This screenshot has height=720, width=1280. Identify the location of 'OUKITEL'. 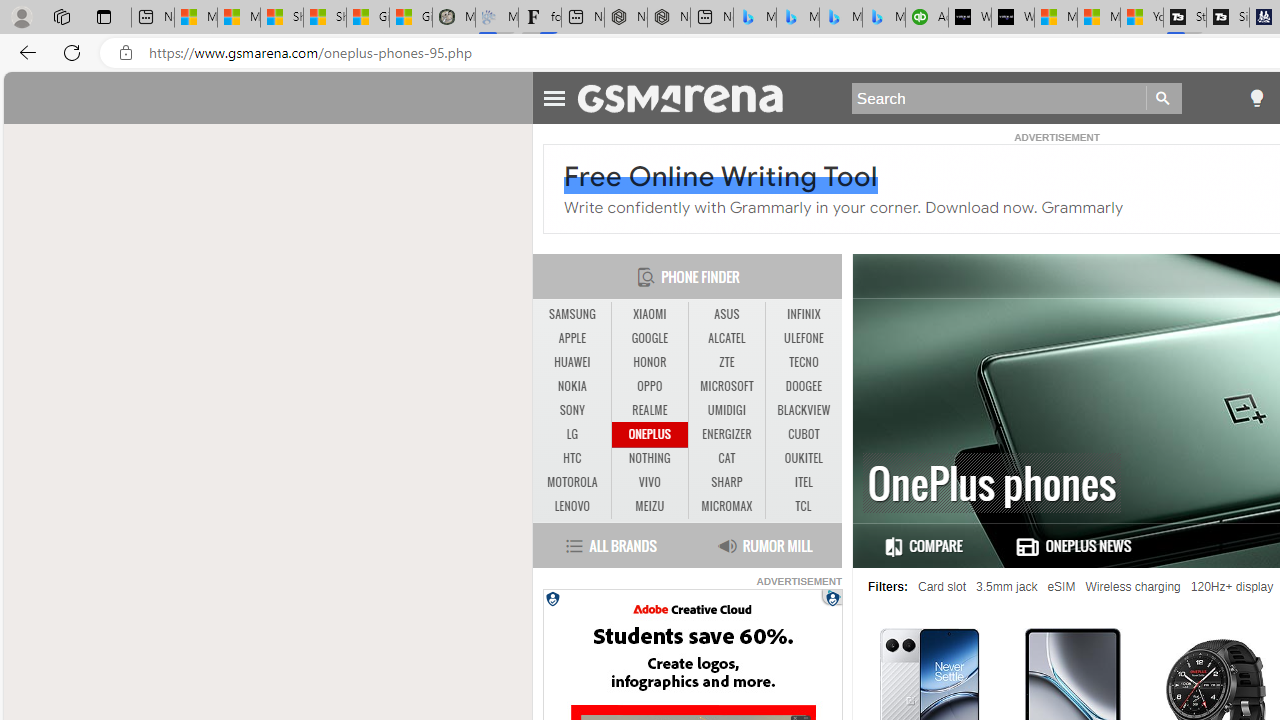
(803, 458).